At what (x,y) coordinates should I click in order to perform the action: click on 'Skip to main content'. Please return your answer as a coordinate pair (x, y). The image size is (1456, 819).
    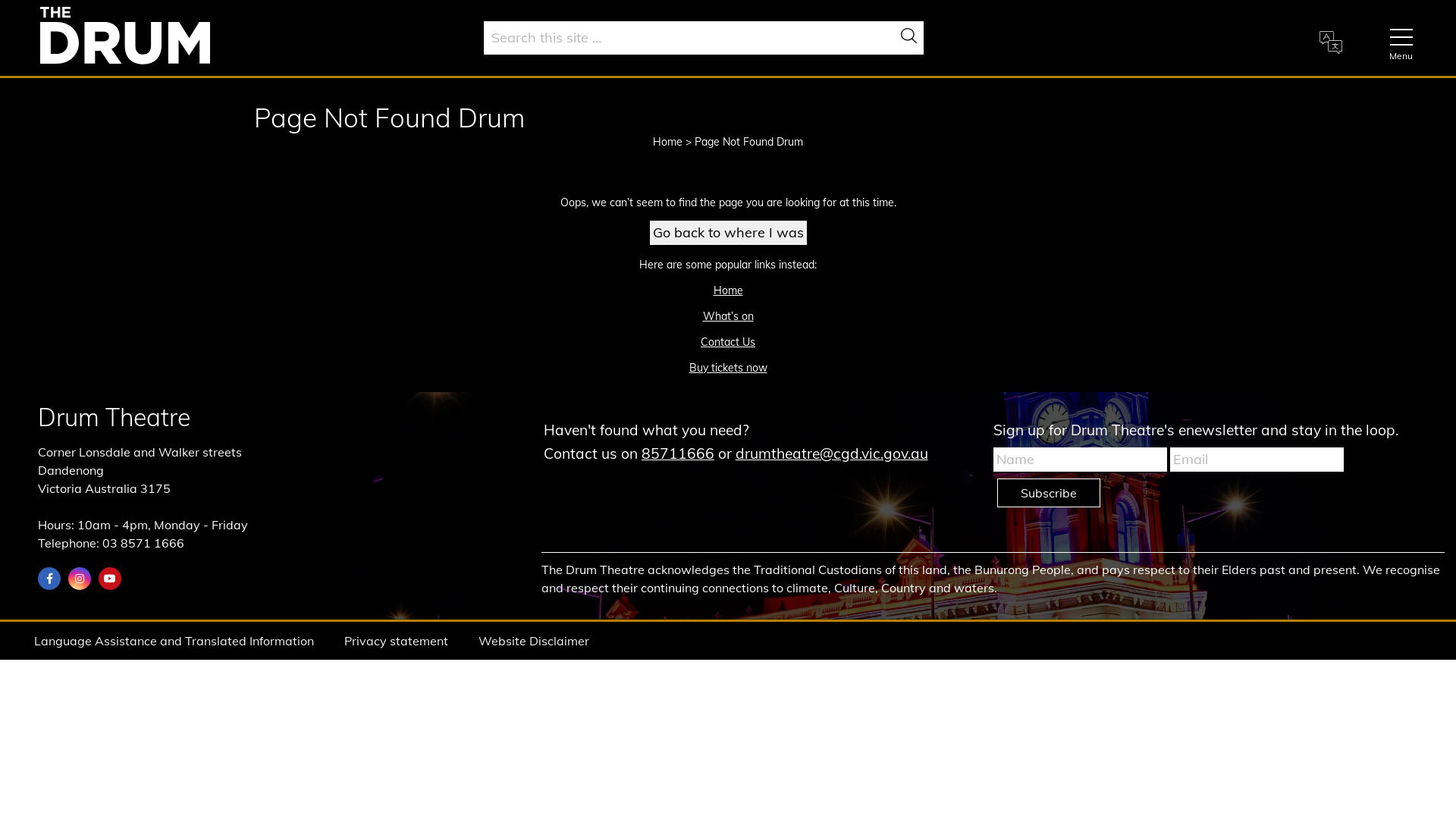
    Looking at the image, I should click on (0, 0).